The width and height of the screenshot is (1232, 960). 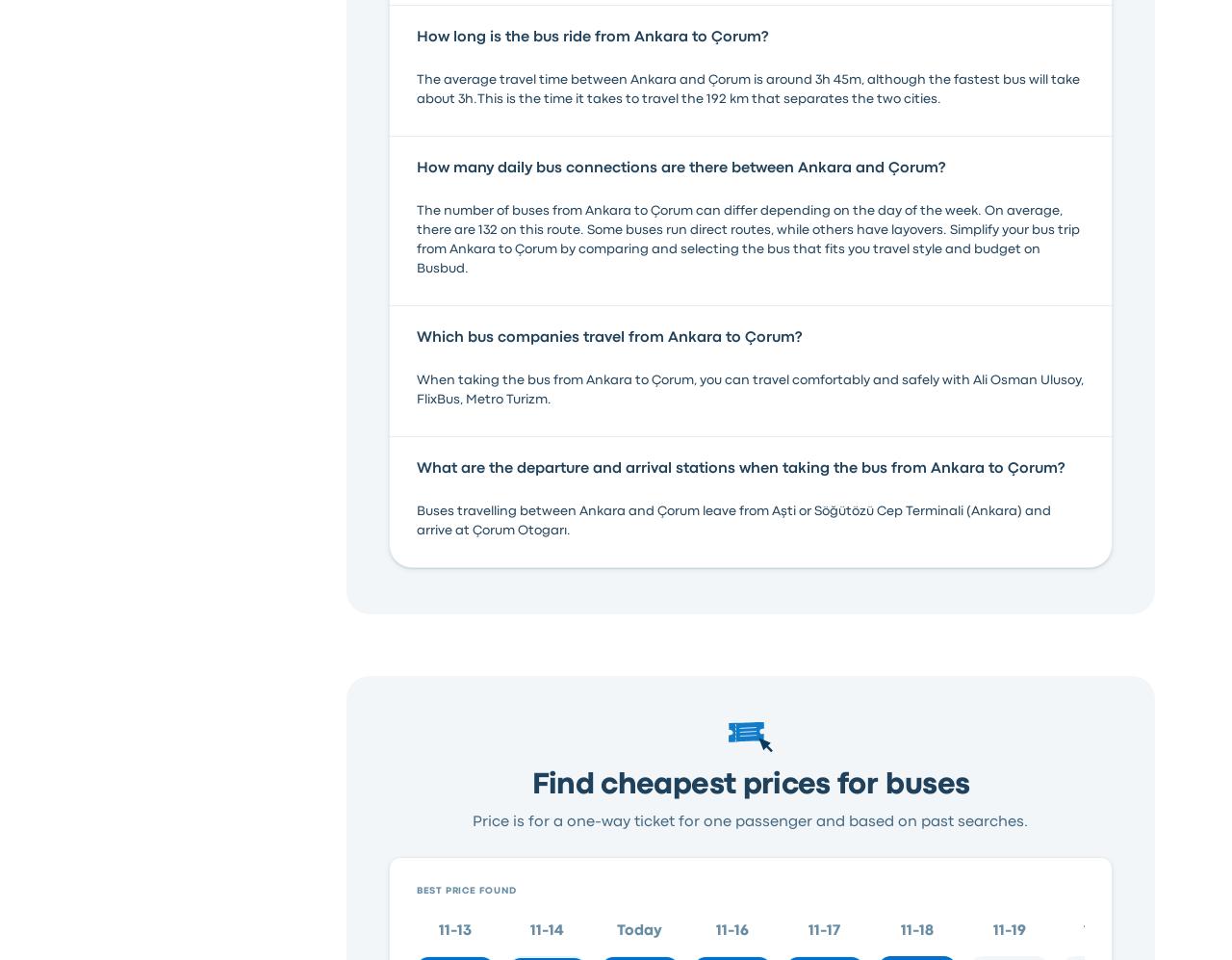 What do you see at coordinates (607, 336) in the screenshot?
I see `'Which bus companies travel from Ankara to Çorum?'` at bounding box center [607, 336].